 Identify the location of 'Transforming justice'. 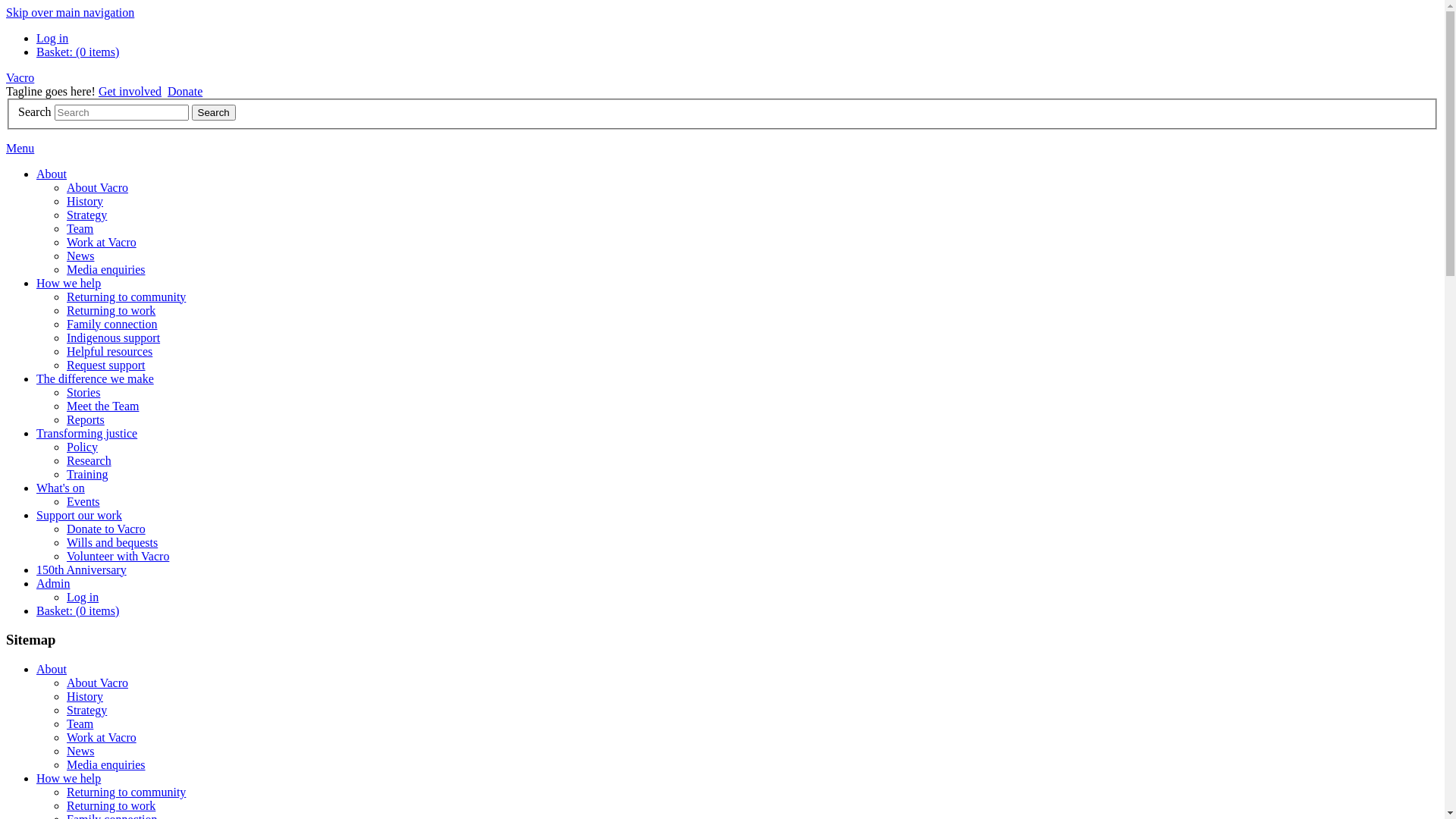
(86, 433).